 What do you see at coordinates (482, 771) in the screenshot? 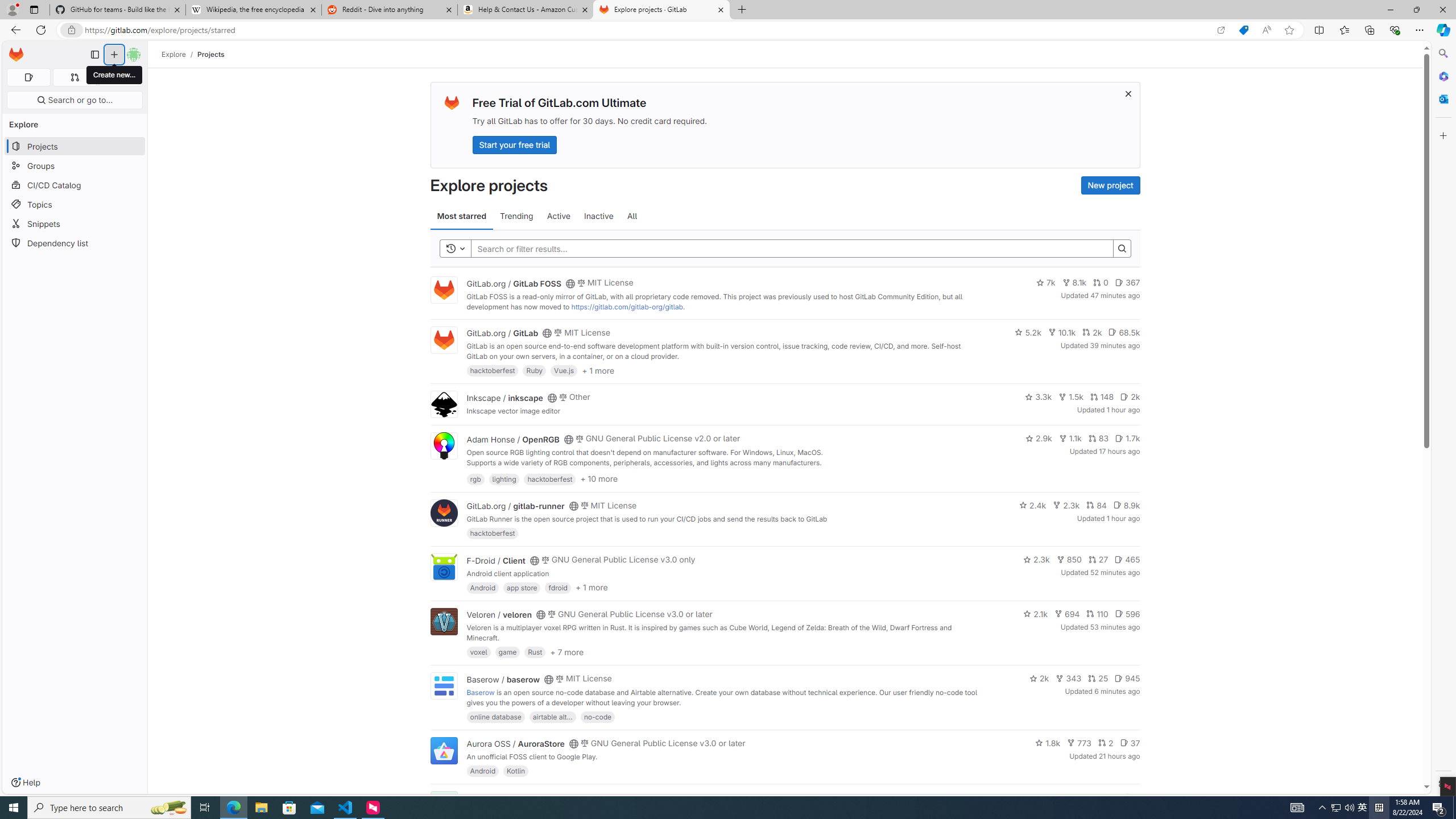
I see `'Android'` at bounding box center [482, 771].